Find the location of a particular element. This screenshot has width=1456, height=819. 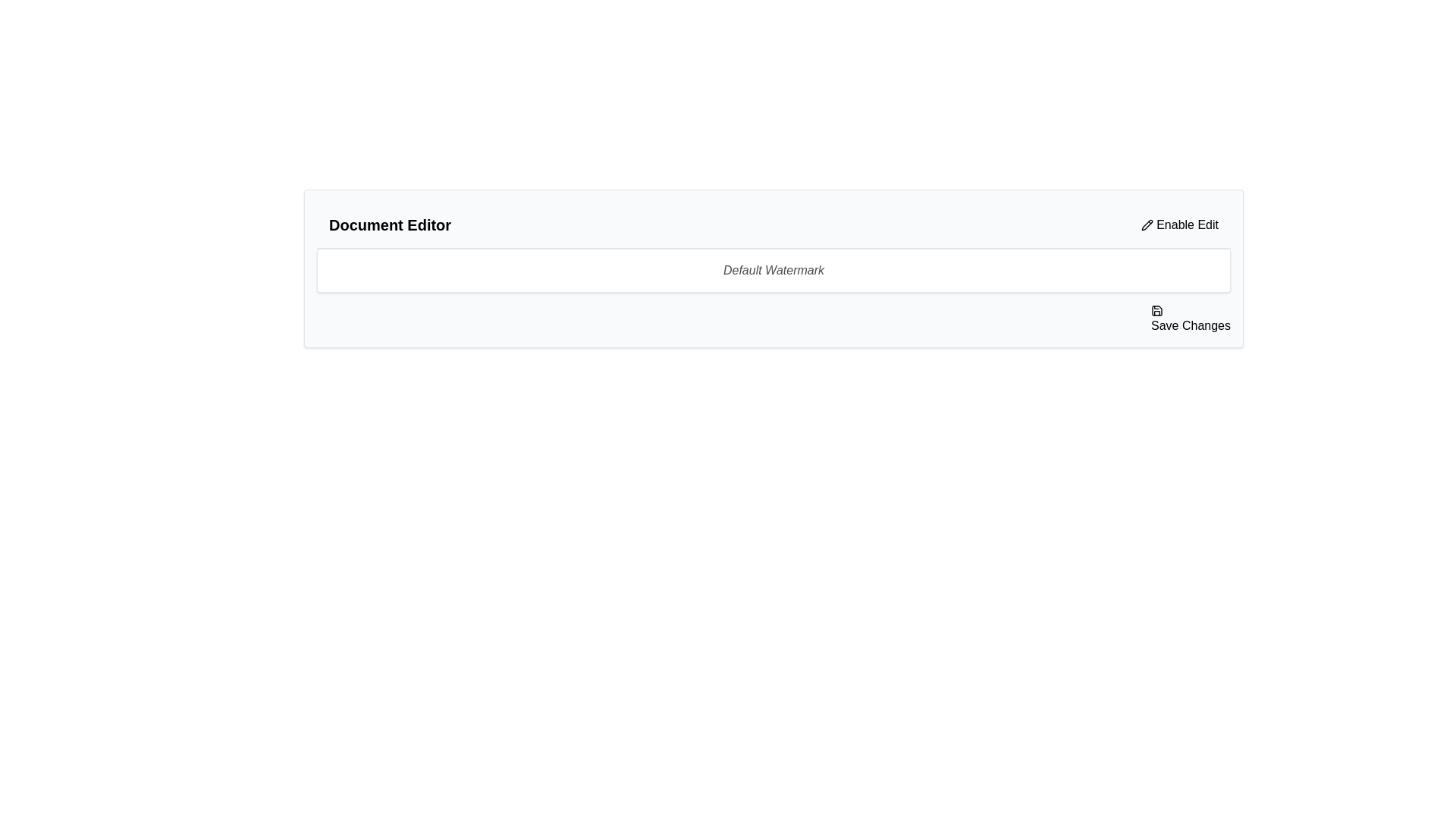

the 'Save Changes' button which is visually represented by the save icon located on the right-hand side of the button within the Document Editor section is located at coordinates (1156, 309).